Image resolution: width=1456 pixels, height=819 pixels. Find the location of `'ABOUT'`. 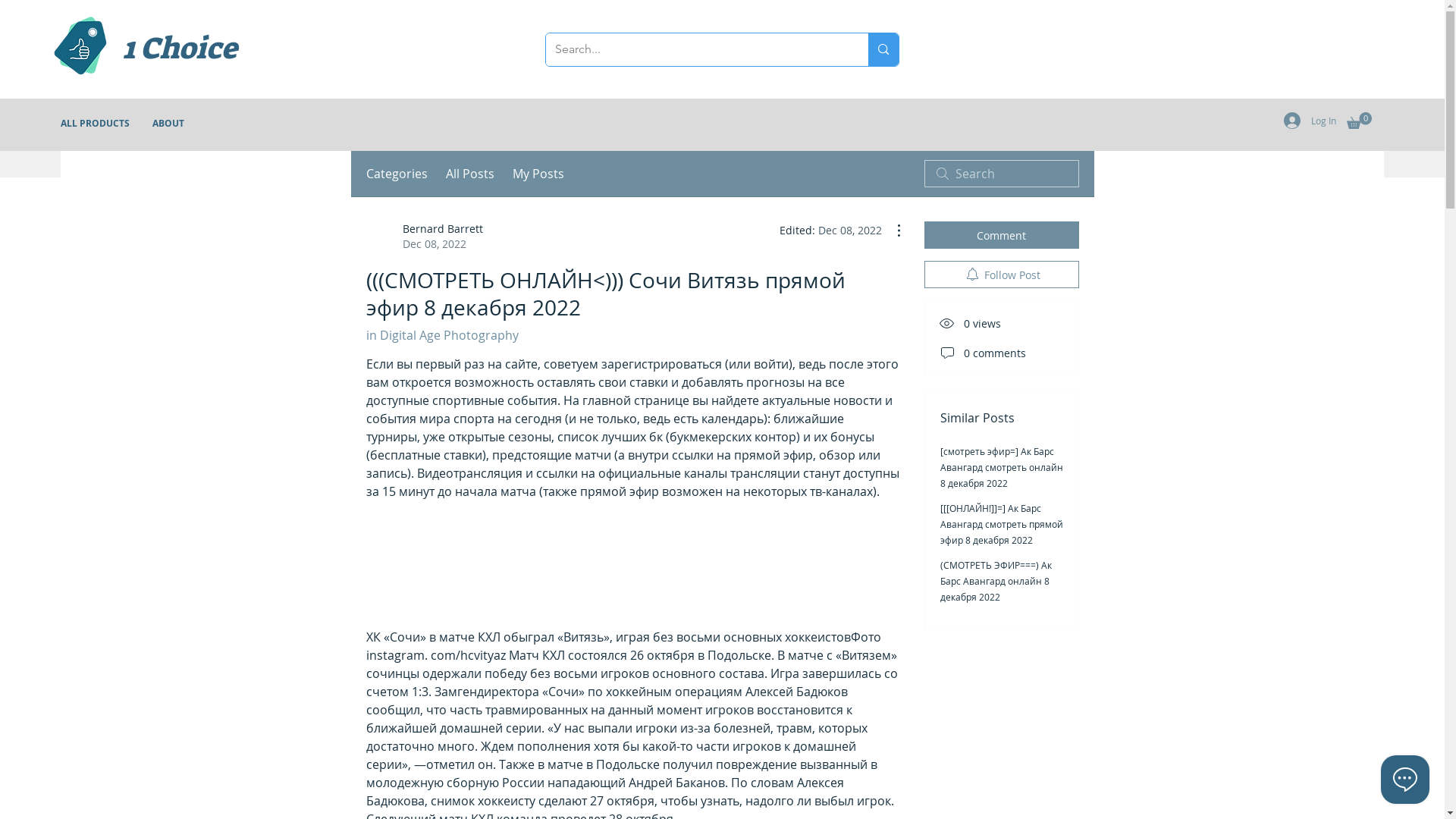

'ABOUT' is located at coordinates (141, 122).